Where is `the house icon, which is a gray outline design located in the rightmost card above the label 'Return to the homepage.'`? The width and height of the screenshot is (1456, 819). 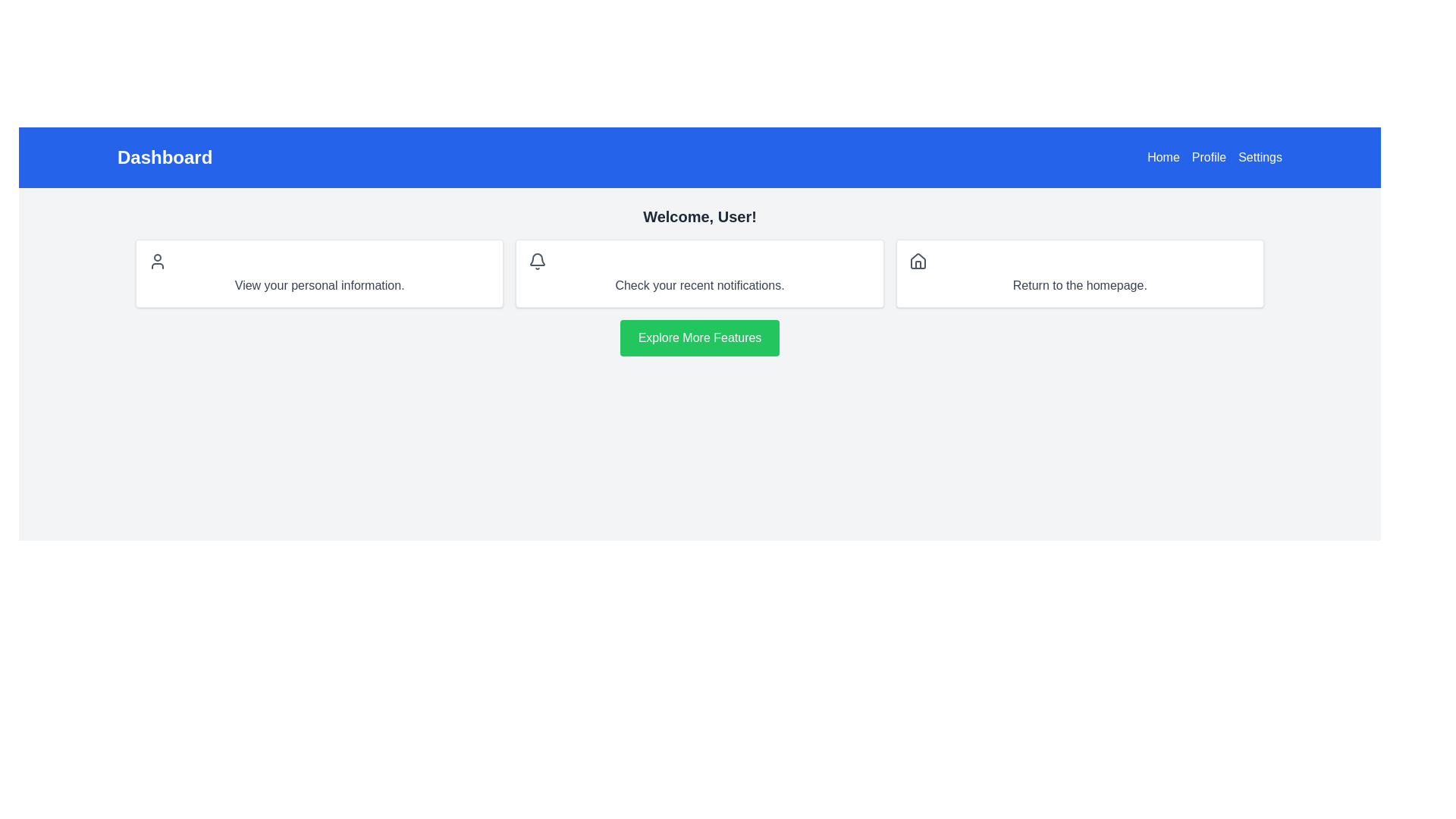
the house icon, which is a gray outline design located in the rightmost card above the label 'Return to the homepage.' is located at coordinates (917, 260).